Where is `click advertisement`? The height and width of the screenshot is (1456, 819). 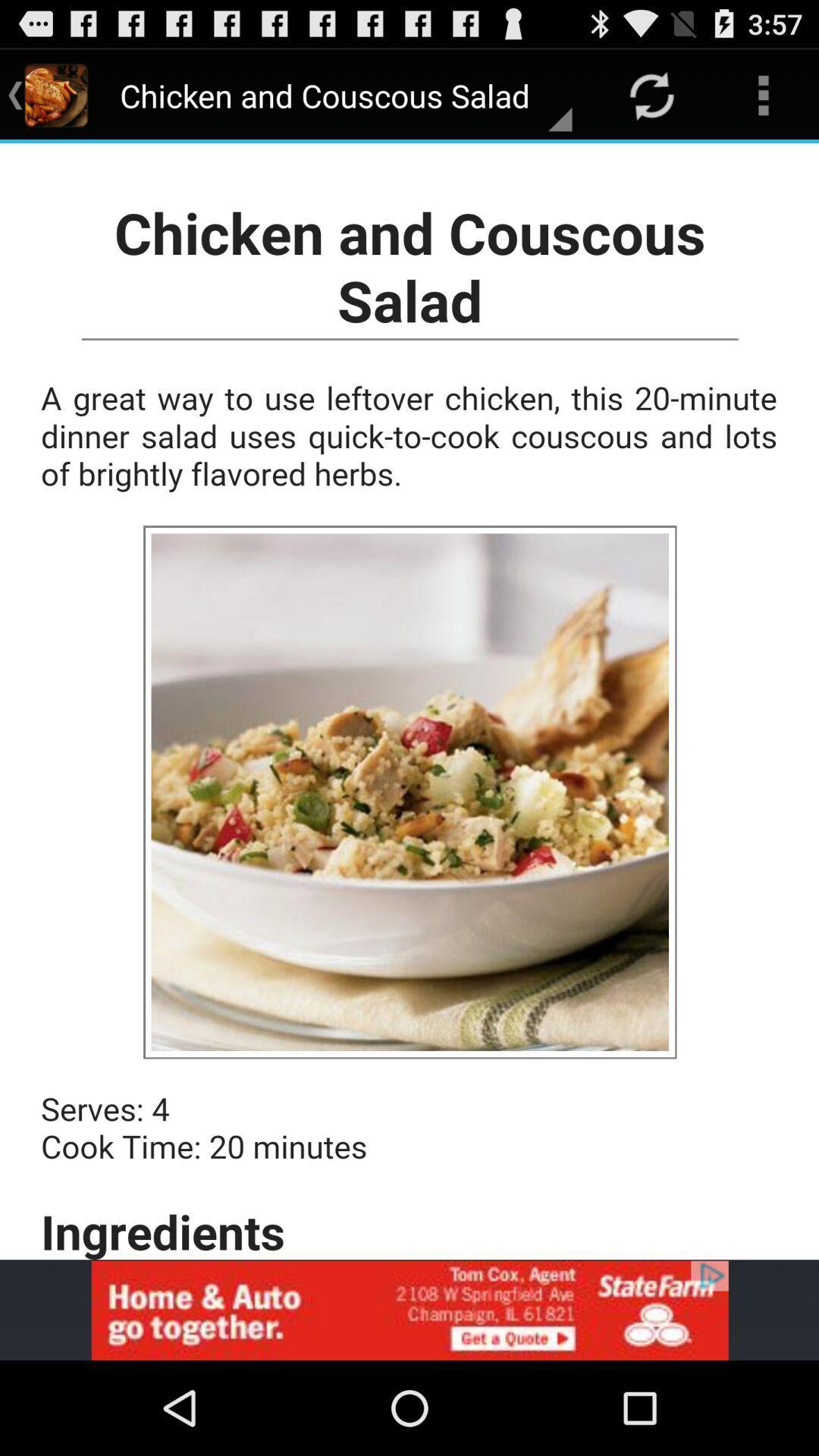
click advertisement is located at coordinates (409, 1310).